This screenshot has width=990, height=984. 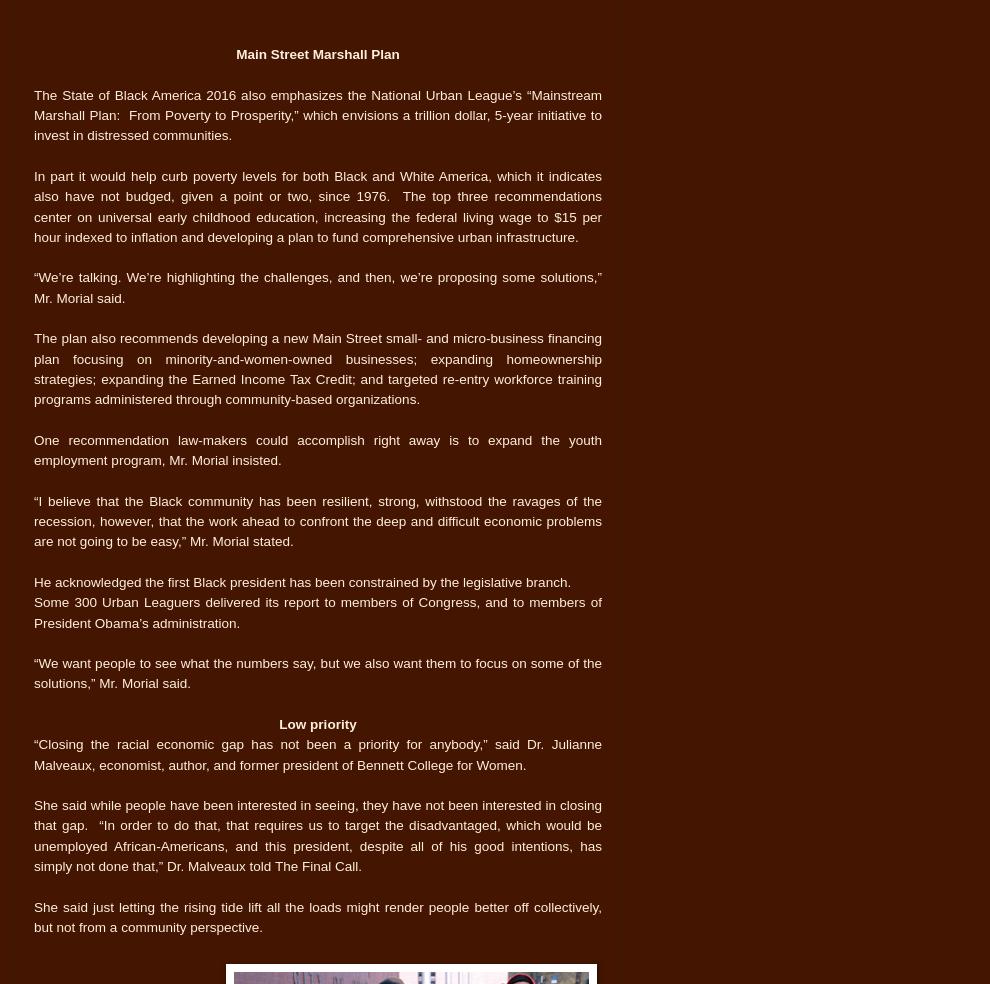 I want to click on 'The State of Black America 2016 also emphasizes the National Urban League’s “Mainstream Marshall Plan:  From Poverty to Prosperity,” which envisions a trillion dollar, 5-year initiative to invest in distressed communities.', so click(x=32, y=114).